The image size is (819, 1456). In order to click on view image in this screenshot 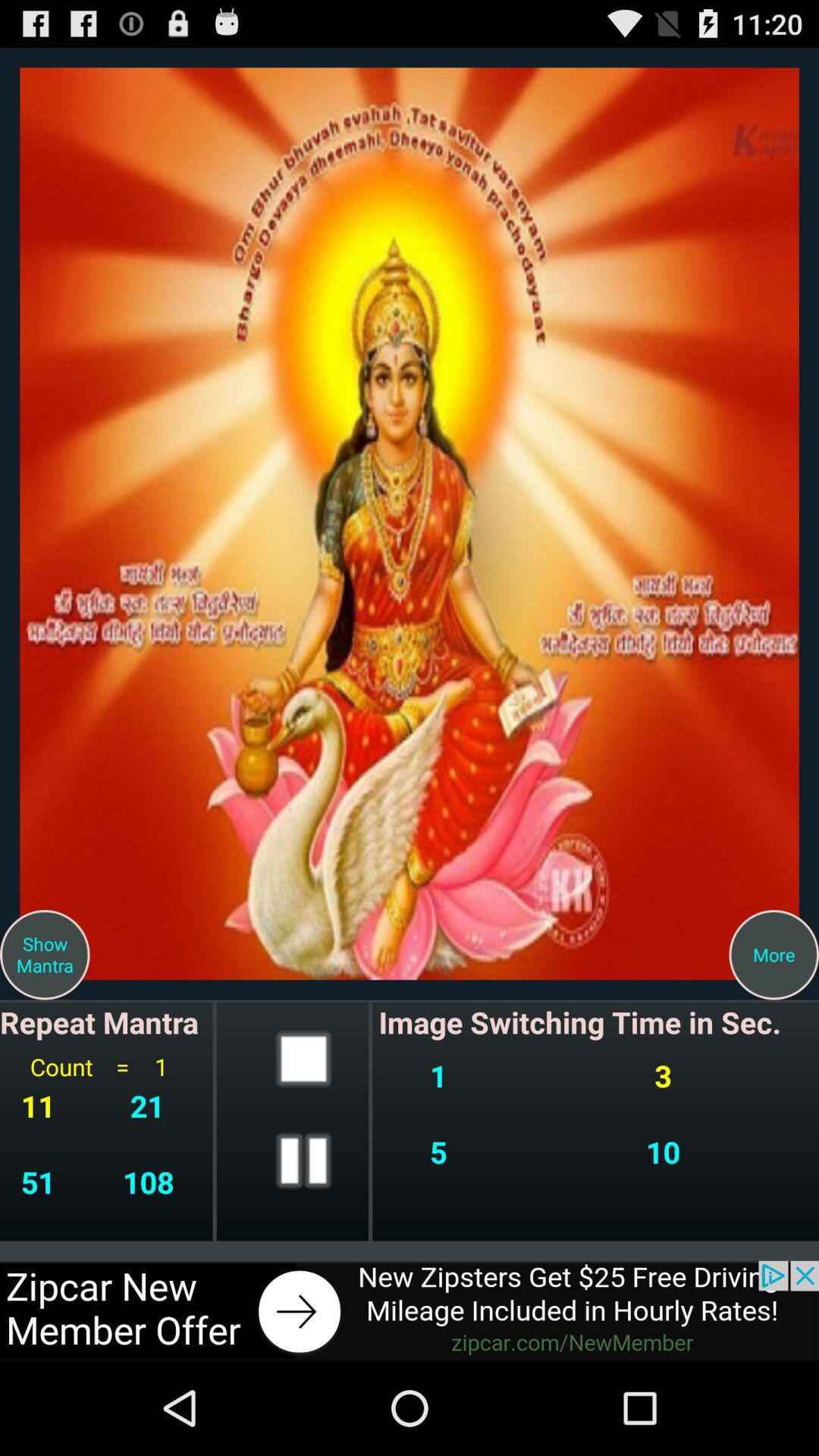, I will do `click(409, 523)`.